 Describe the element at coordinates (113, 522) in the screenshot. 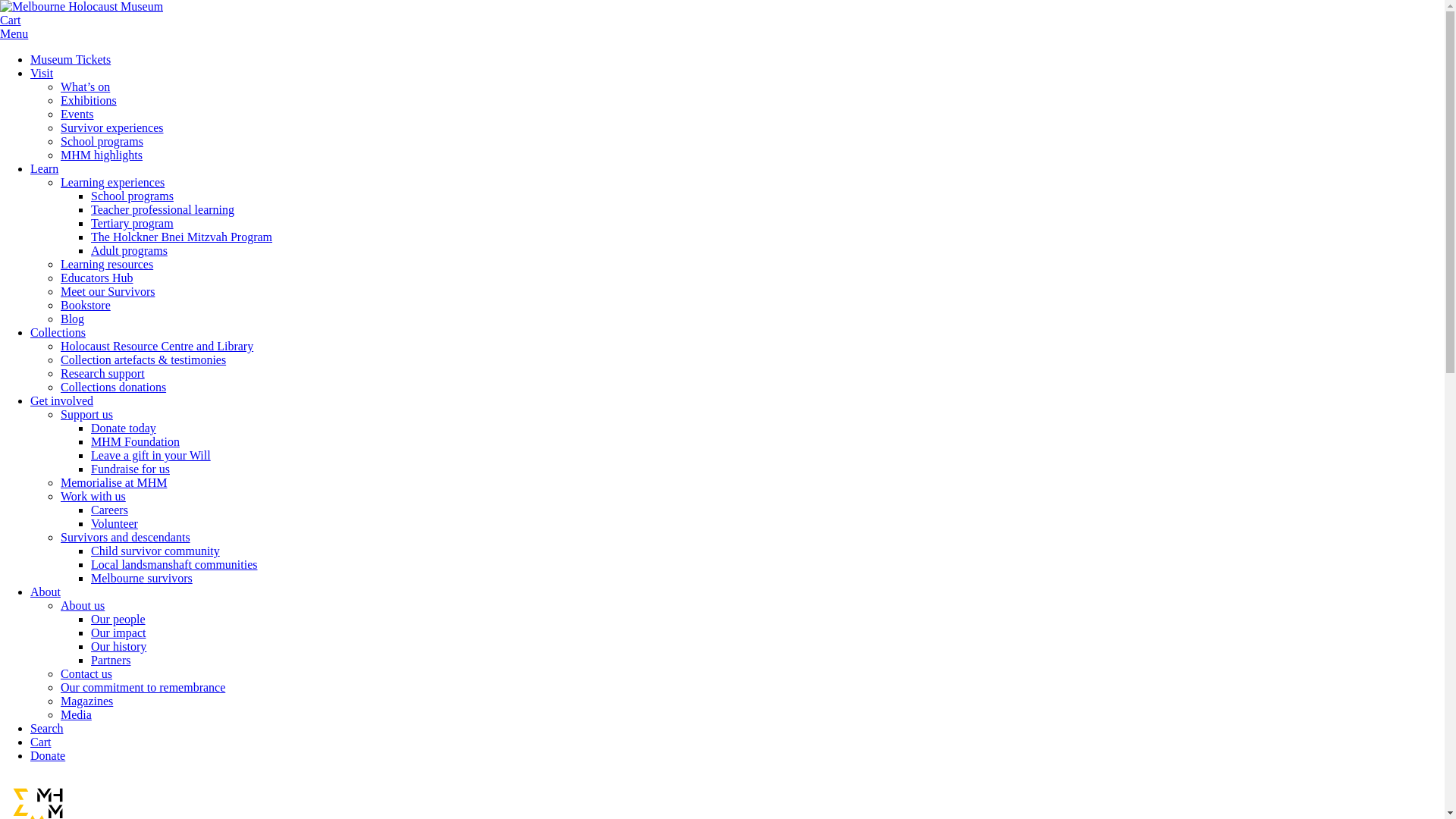

I see `'Volunteer'` at that location.